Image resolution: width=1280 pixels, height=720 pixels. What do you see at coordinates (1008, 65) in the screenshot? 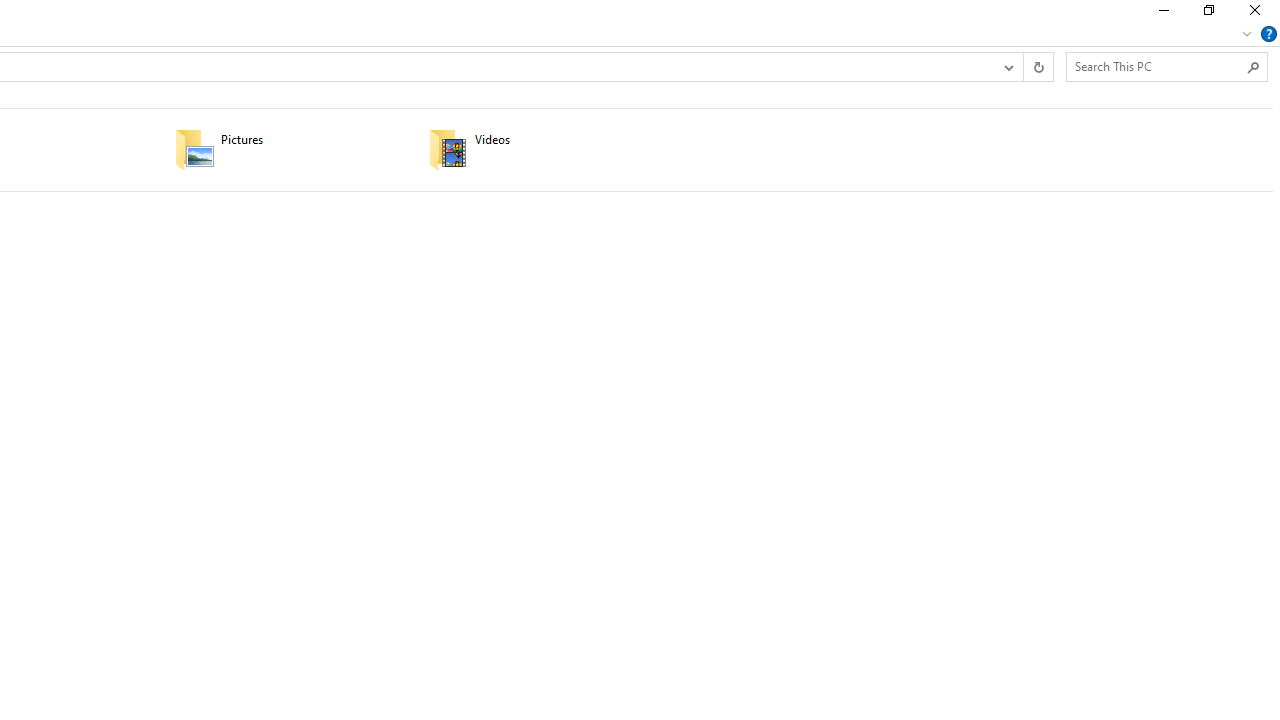
I see `'Previous Locations'` at bounding box center [1008, 65].